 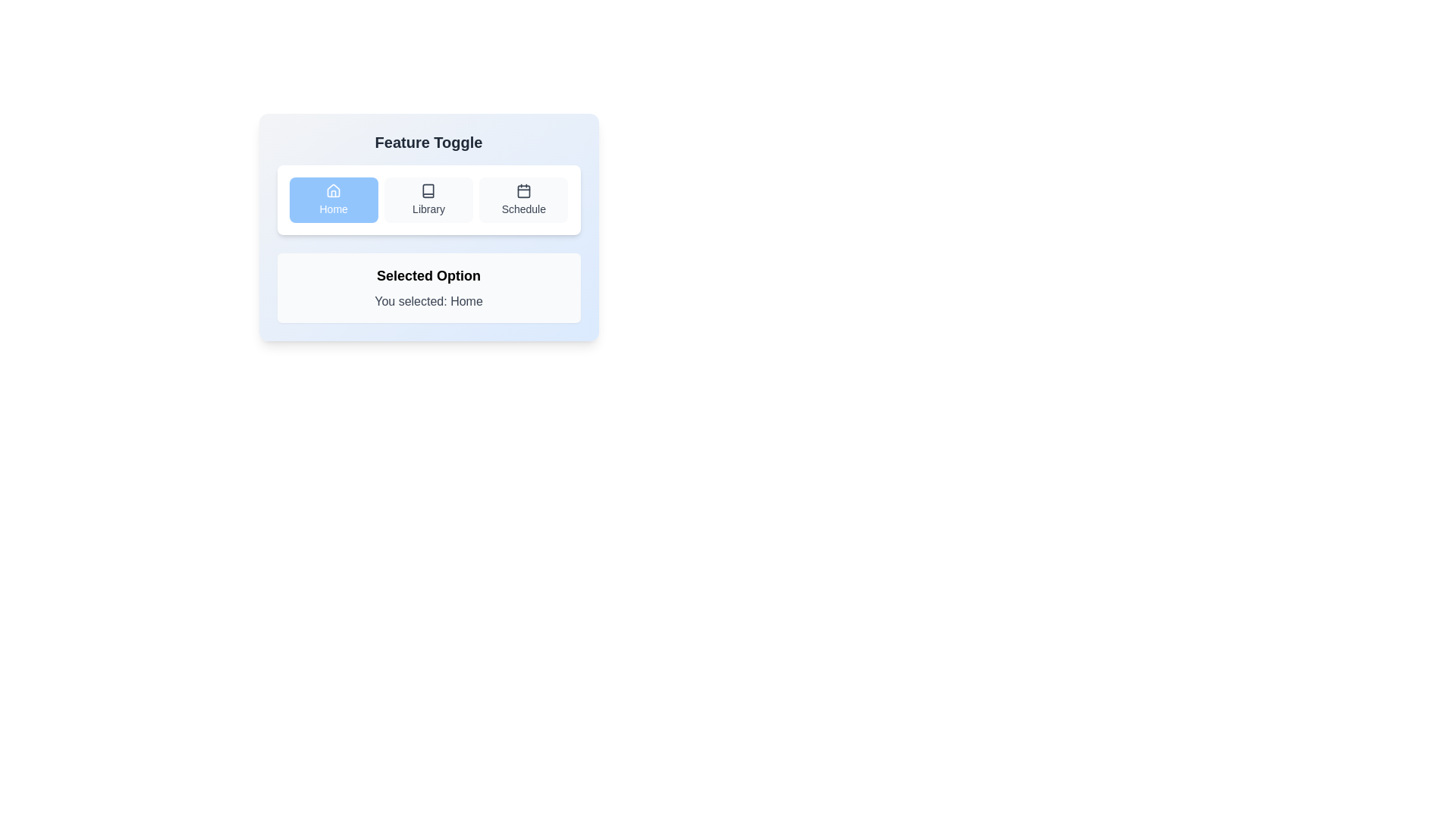 What do you see at coordinates (428, 199) in the screenshot?
I see `the 'Library' button in the horizontal navigation bar to switch to the library section of the application` at bounding box center [428, 199].